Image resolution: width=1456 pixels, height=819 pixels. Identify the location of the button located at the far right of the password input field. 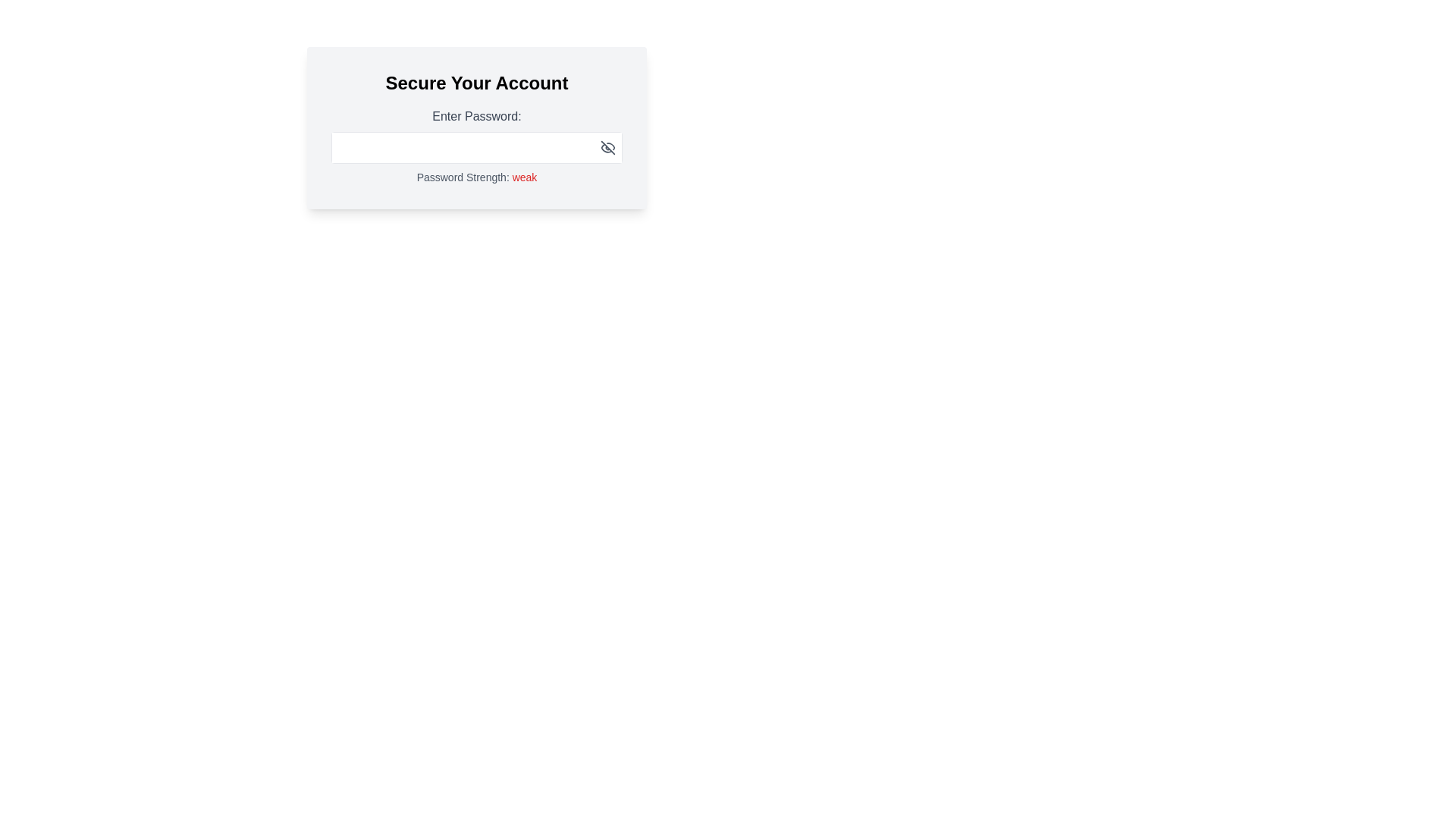
(607, 148).